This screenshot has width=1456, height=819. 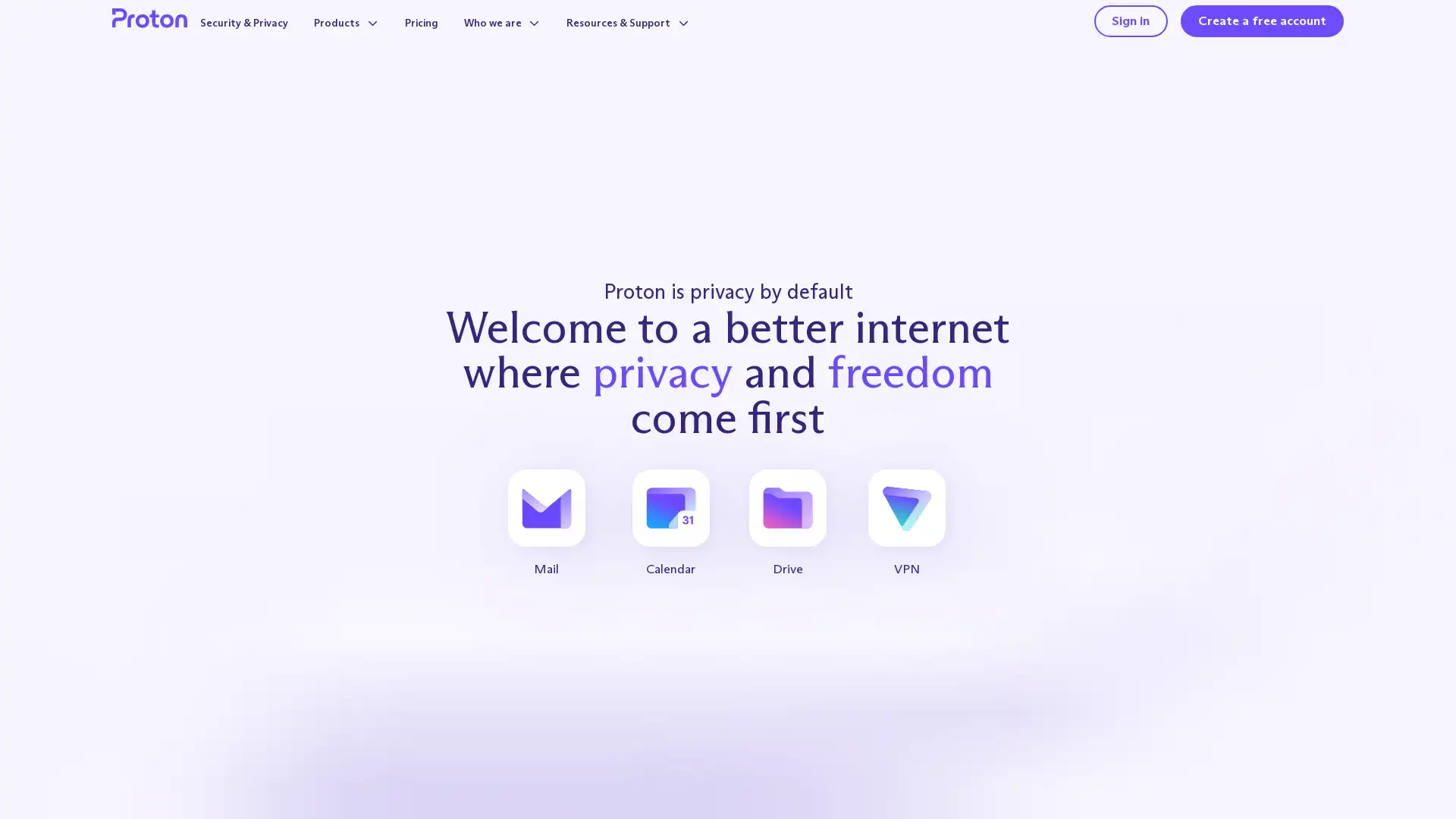 I want to click on Who we are, so click(x=515, y=39).